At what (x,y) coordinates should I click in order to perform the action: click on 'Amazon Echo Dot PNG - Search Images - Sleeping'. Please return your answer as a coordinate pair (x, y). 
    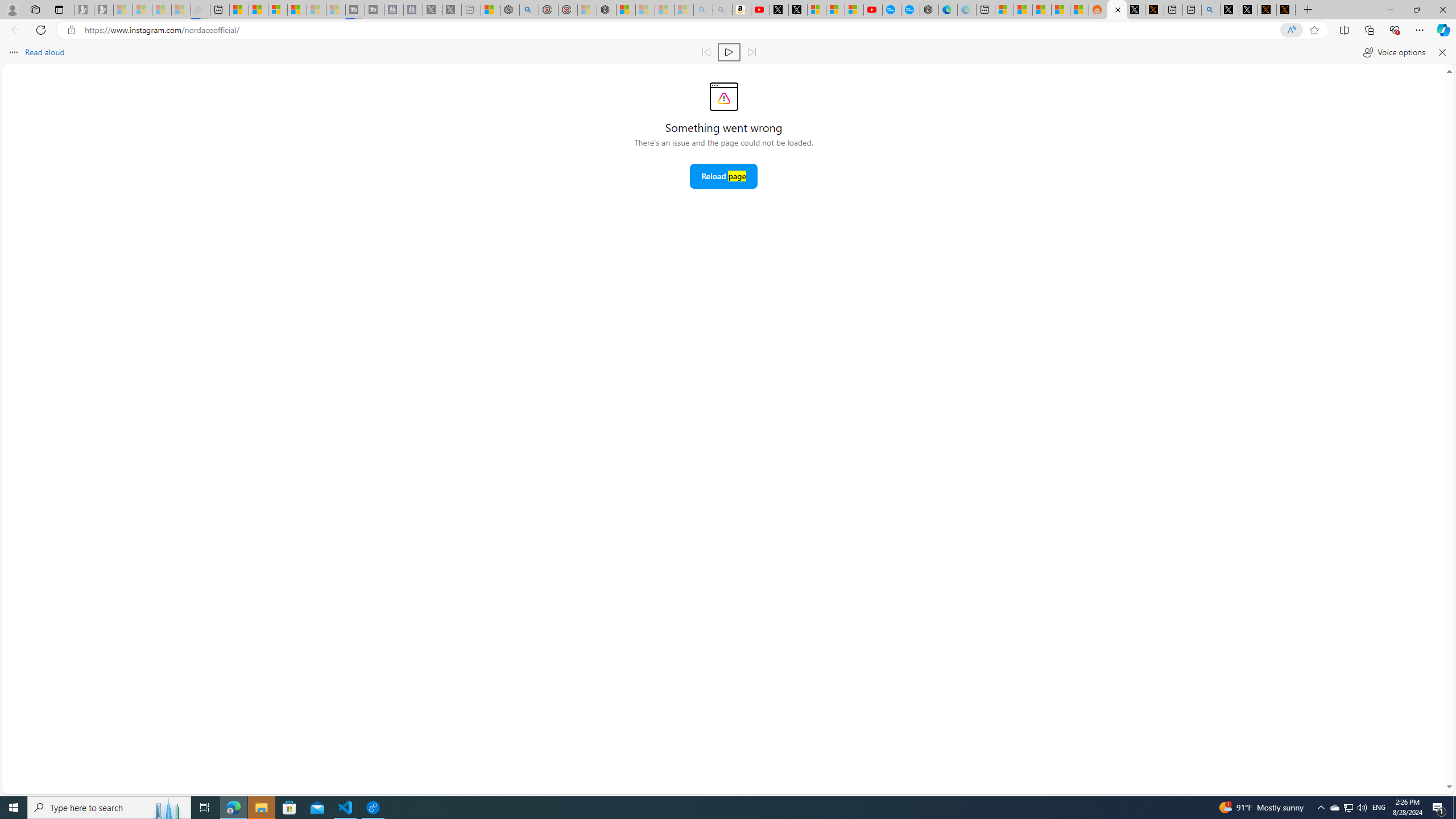
    Looking at the image, I should click on (721, 9).